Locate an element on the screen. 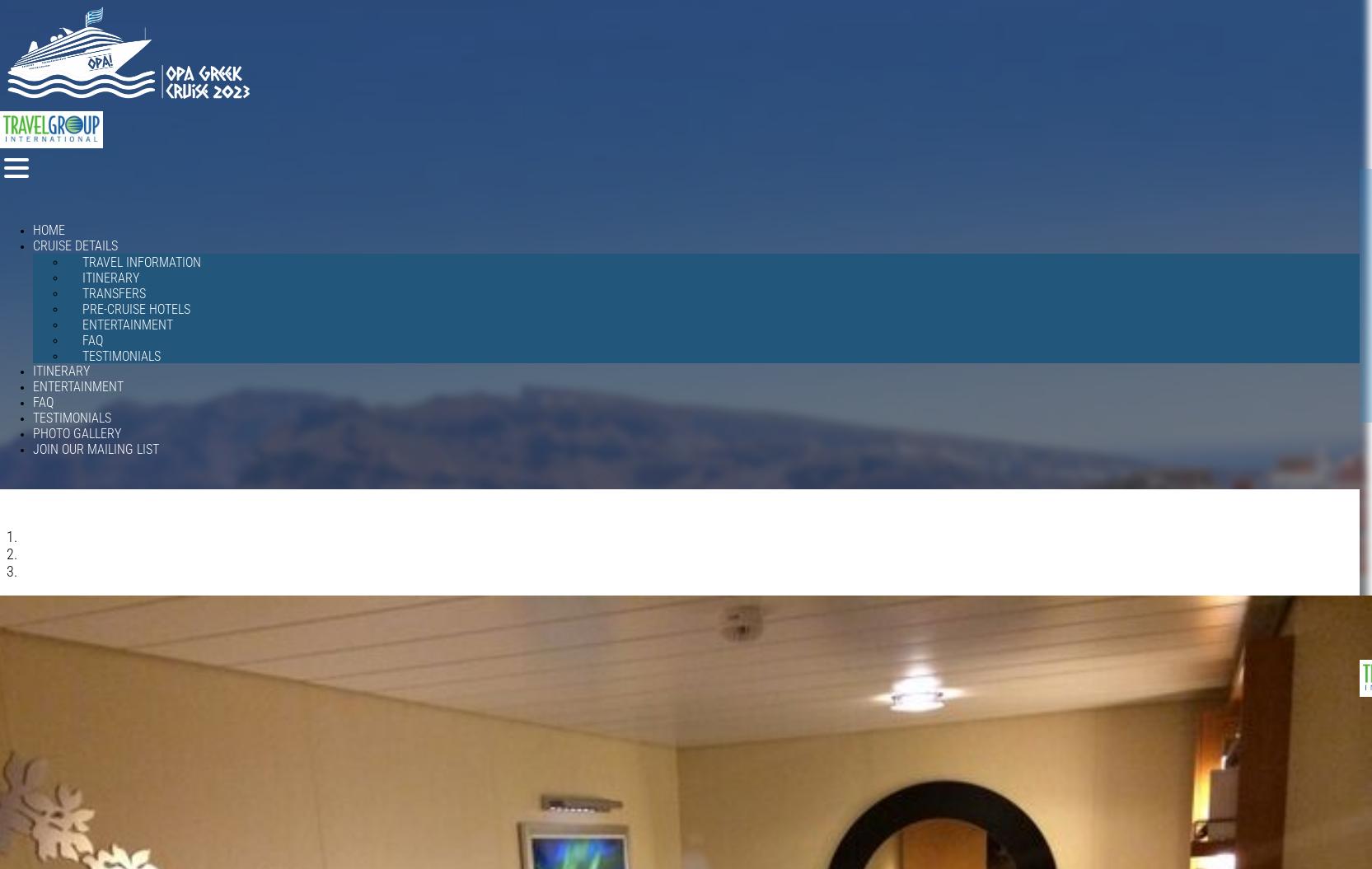 The image size is (1372, 869). 'Transfers' is located at coordinates (113, 292).